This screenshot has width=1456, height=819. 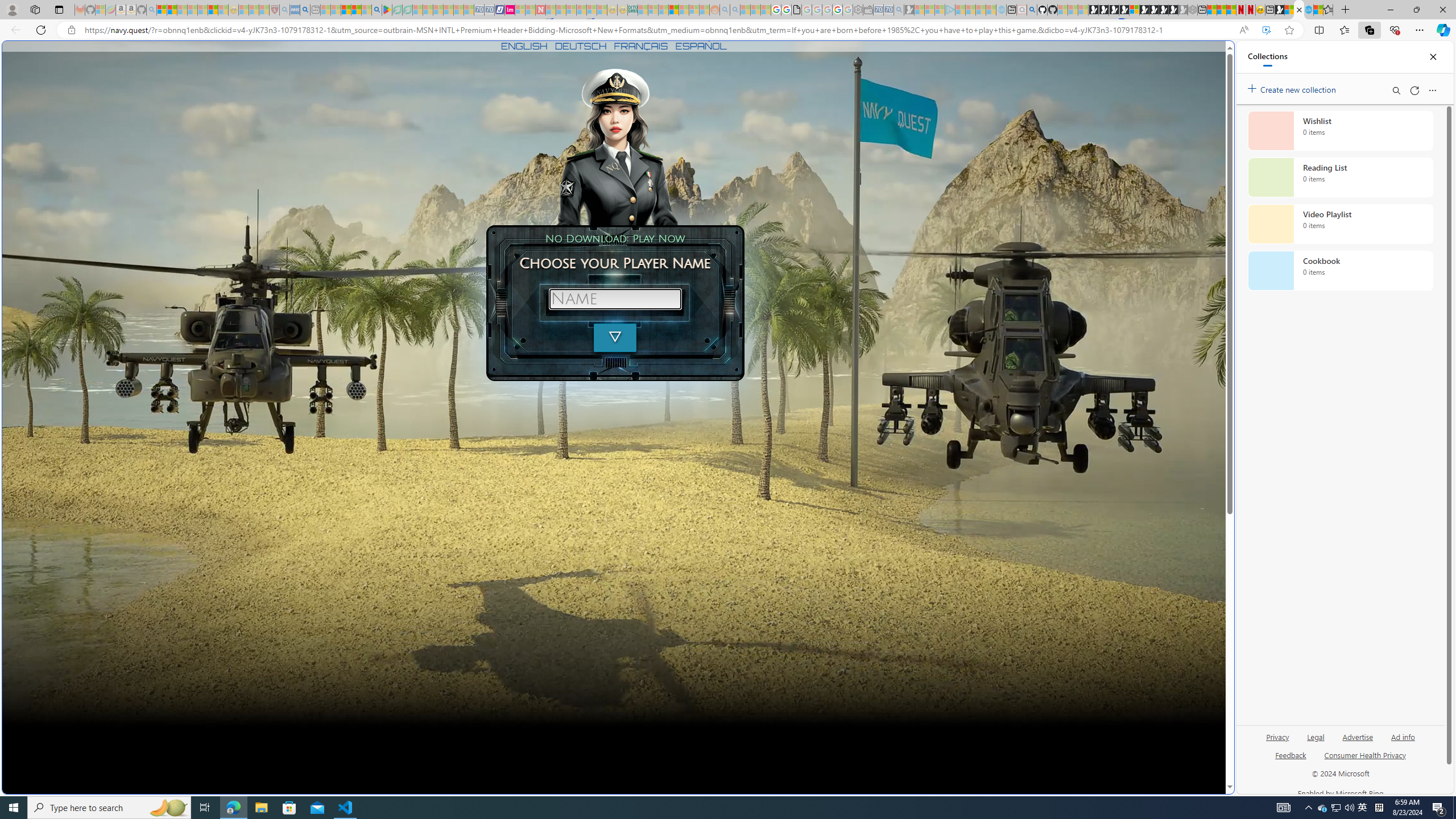 What do you see at coordinates (1293, 87) in the screenshot?
I see `'Create new collection'` at bounding box center [1293, 87].